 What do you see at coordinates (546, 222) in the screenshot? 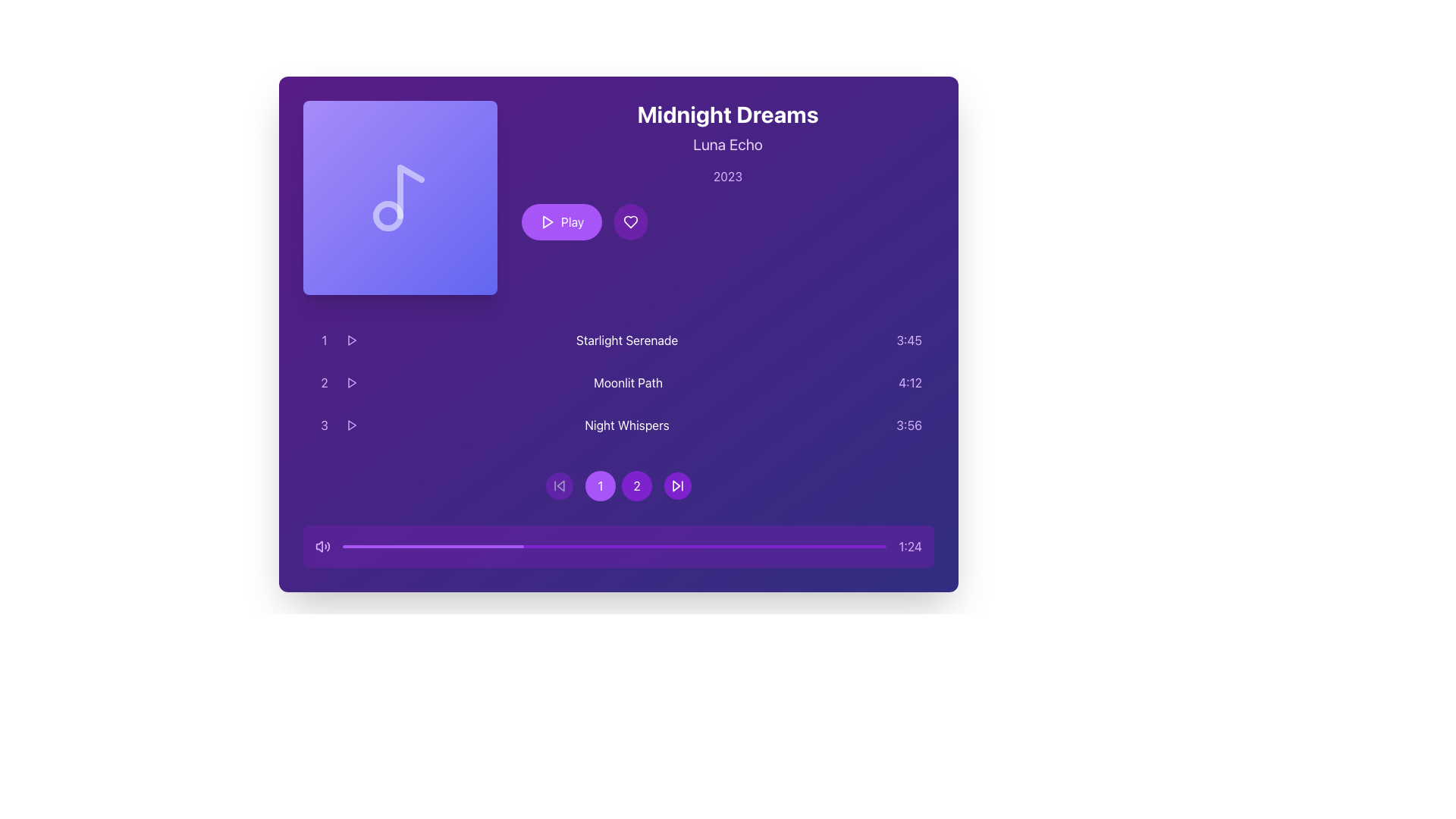
I see `the play icon located inside the purple circular button labeled 'Play' to initiate playback of the media displayed on the interface` at bounding box center [546, 222].